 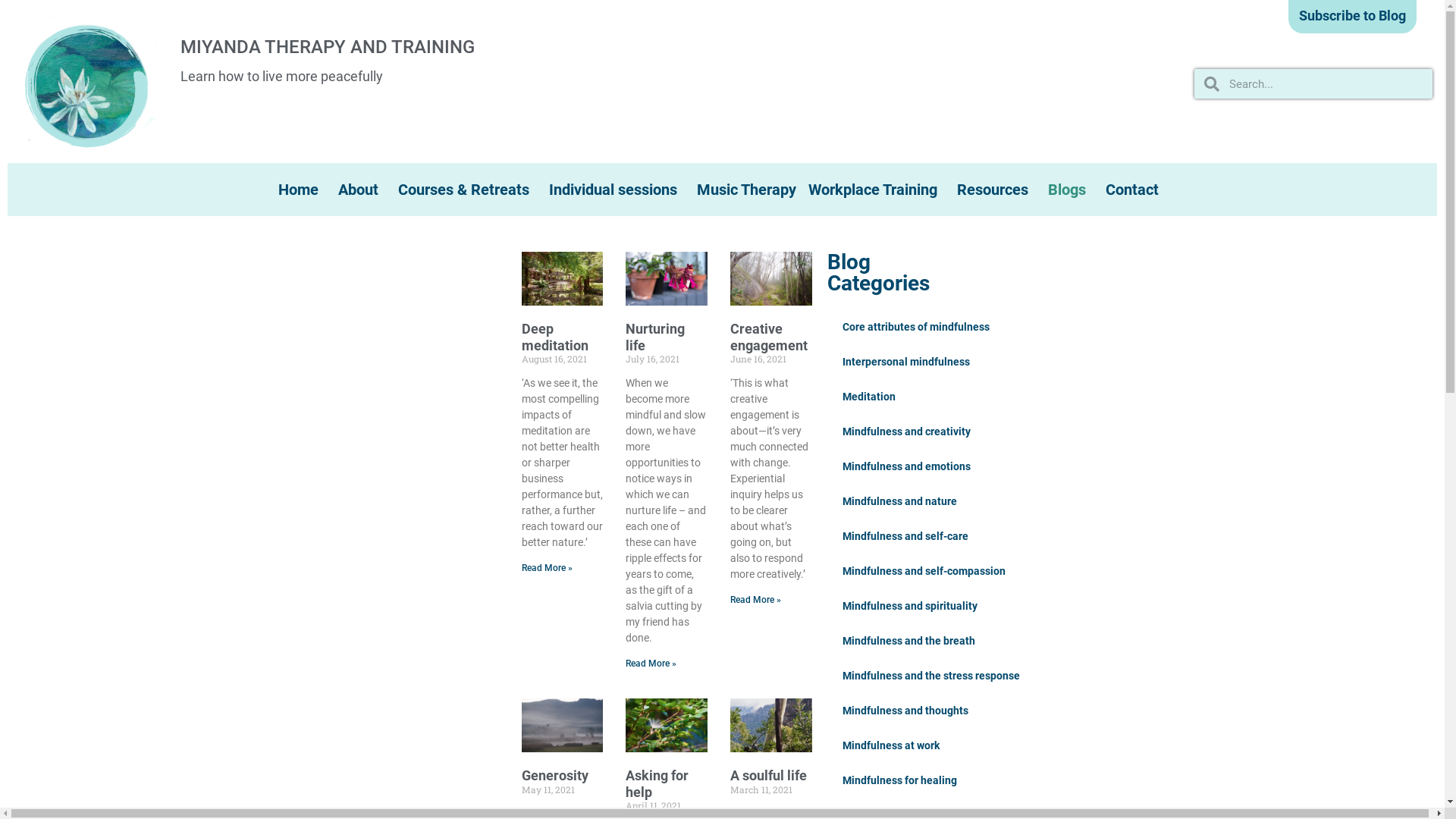 What do you see at coordinates (331, 189) in the screenshot?
I see `'About'` at bounding box center [331, 189].